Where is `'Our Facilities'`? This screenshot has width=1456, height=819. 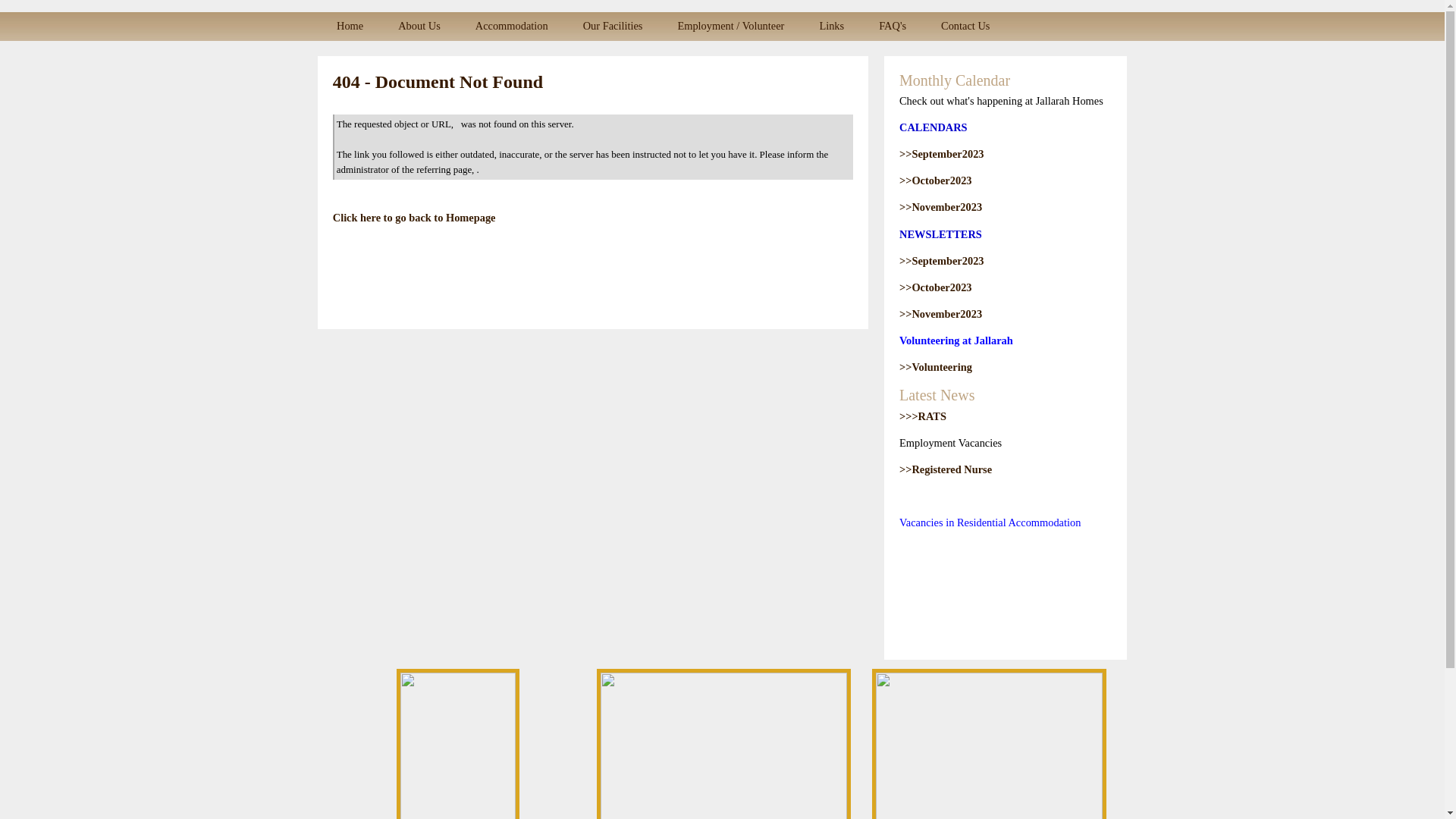
'Our Facilities' is located at coordinates (613, 26).